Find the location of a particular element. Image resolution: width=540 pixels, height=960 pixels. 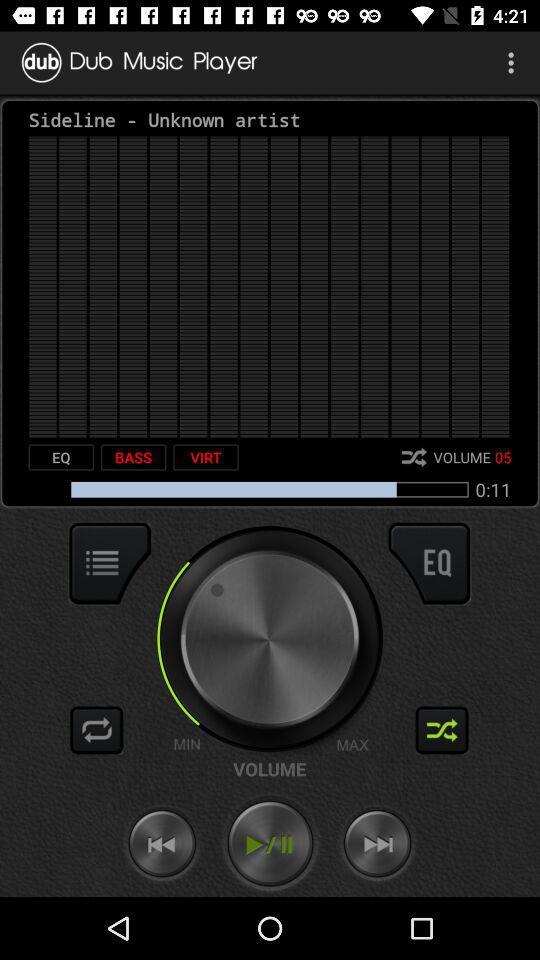

shuffle option is located at coordinates (442, 729).